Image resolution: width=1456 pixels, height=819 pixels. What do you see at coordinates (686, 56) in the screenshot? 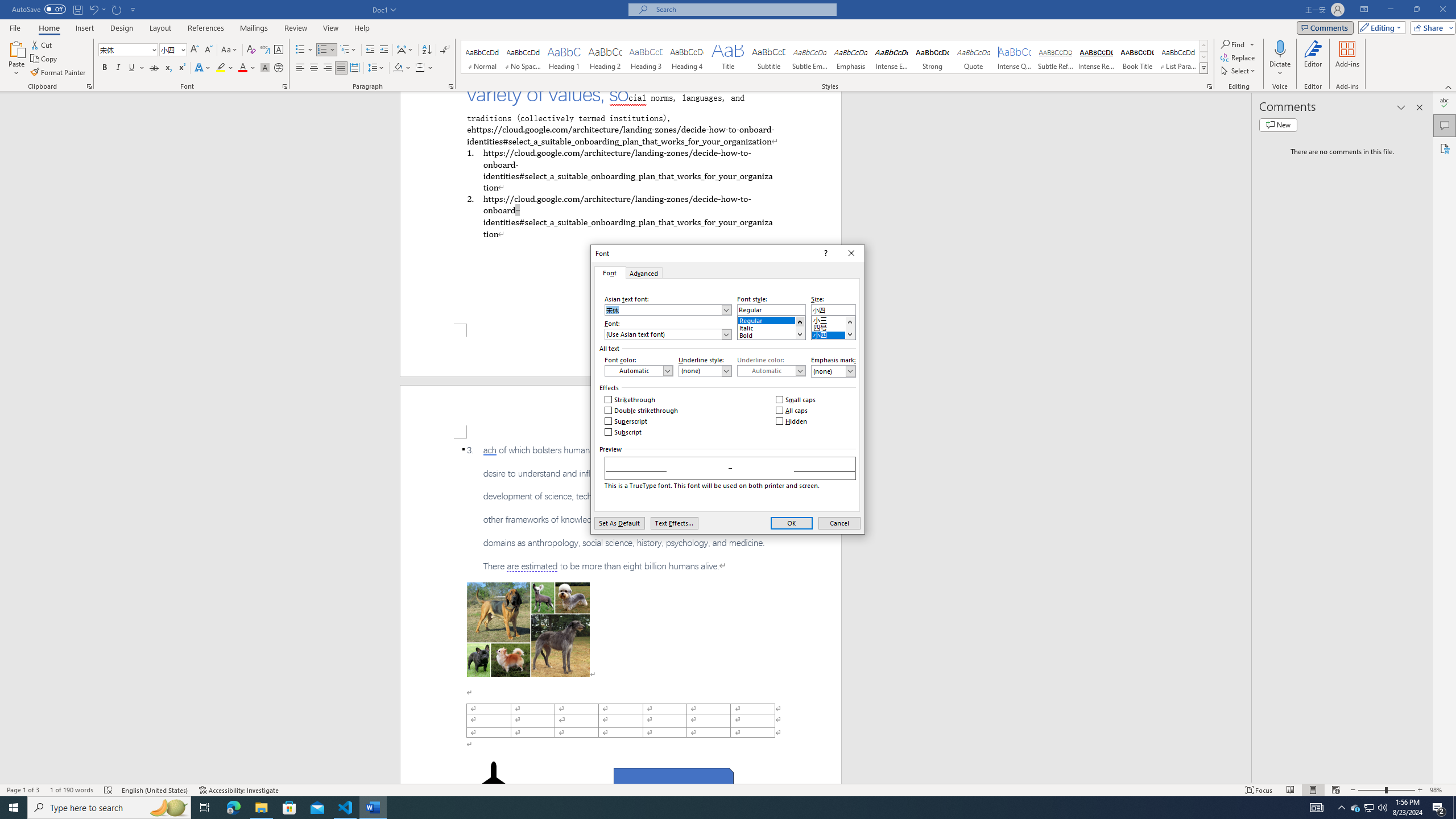
I see `'Heading 4'` at bounding box center [686, 56].